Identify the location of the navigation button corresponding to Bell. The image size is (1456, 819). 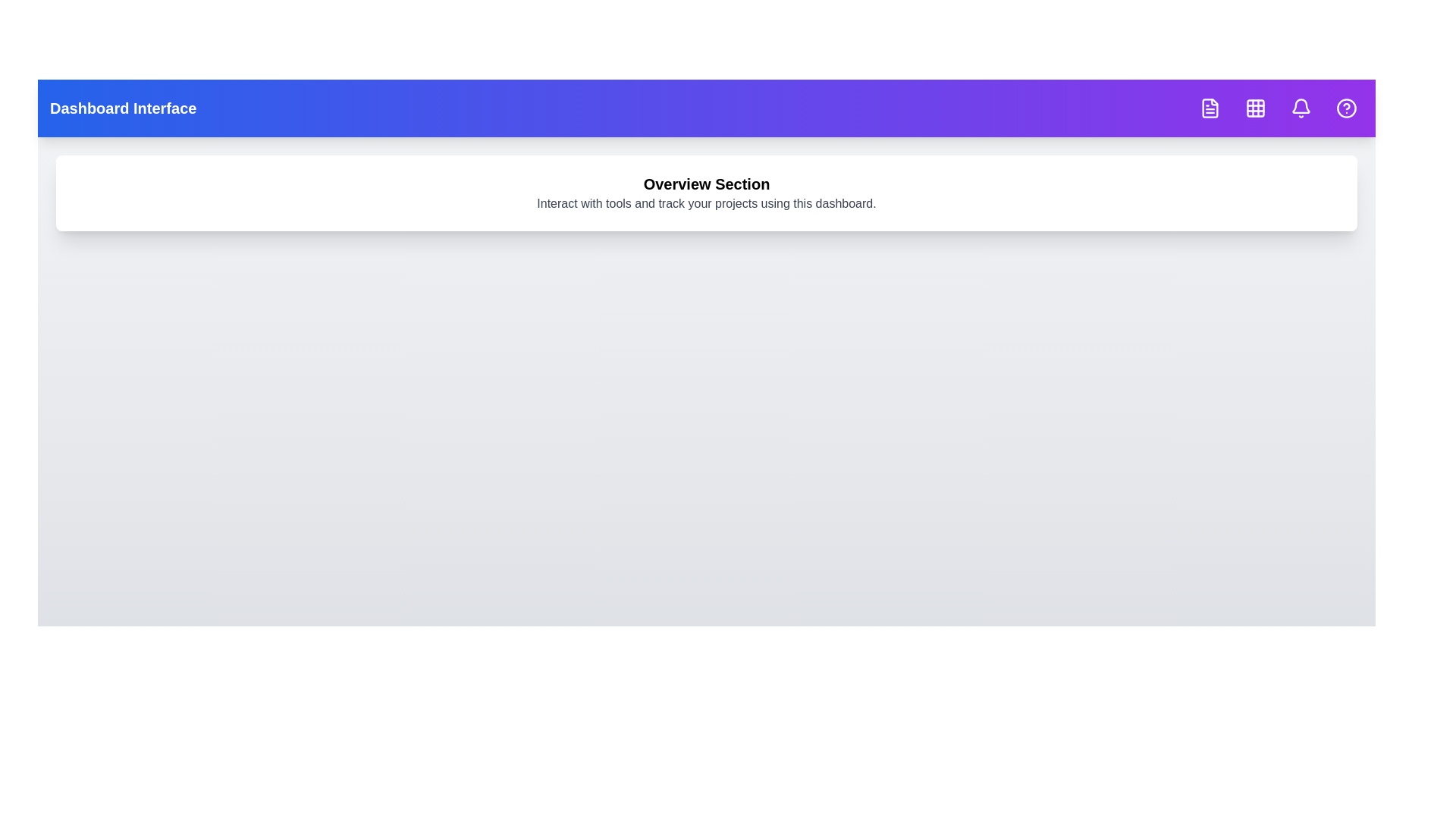
(1301, 107).